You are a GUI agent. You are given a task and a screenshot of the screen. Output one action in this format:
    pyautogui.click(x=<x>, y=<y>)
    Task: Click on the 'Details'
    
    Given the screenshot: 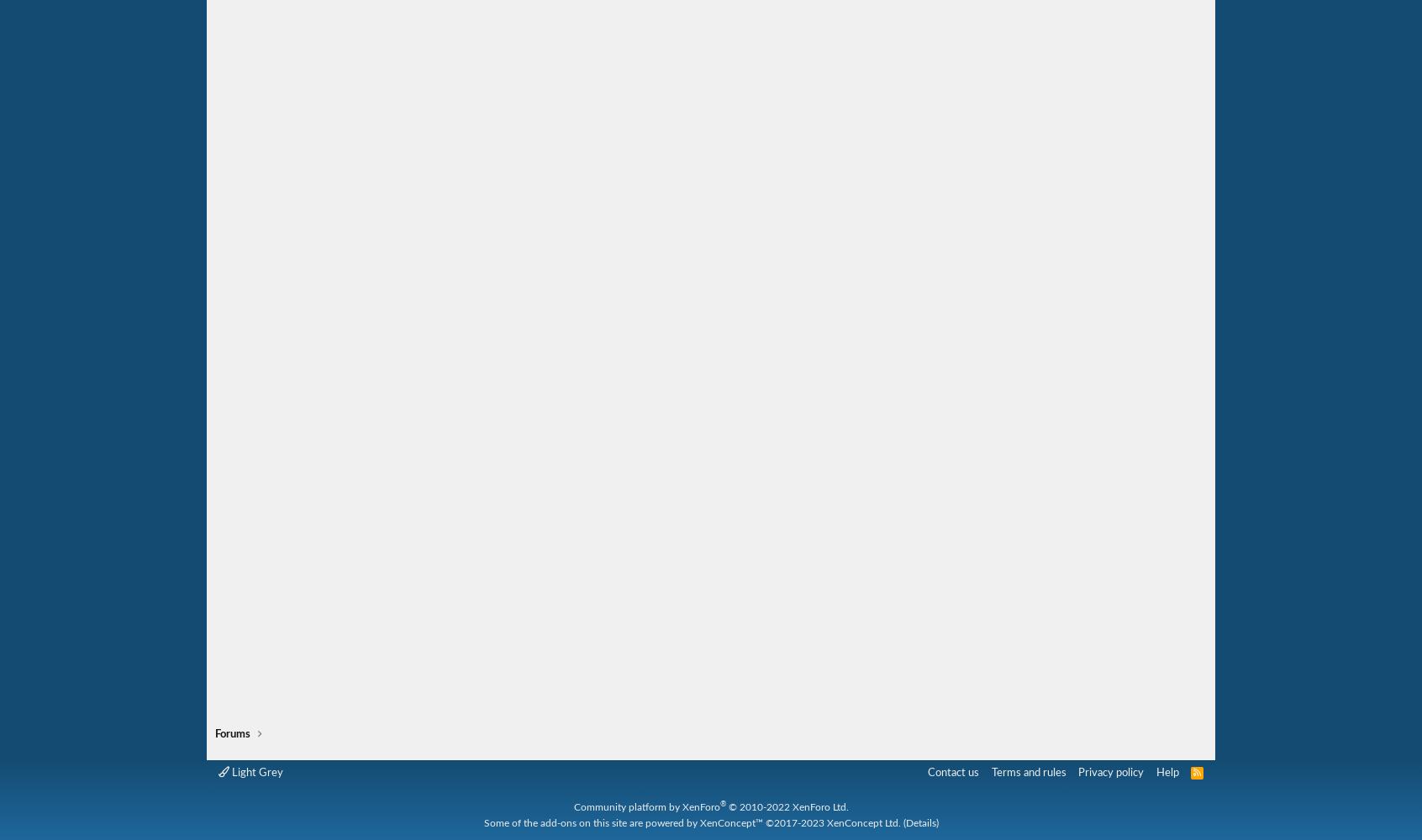 What is the action you would take?
    pyautogui.click(x=904, y=822)
    